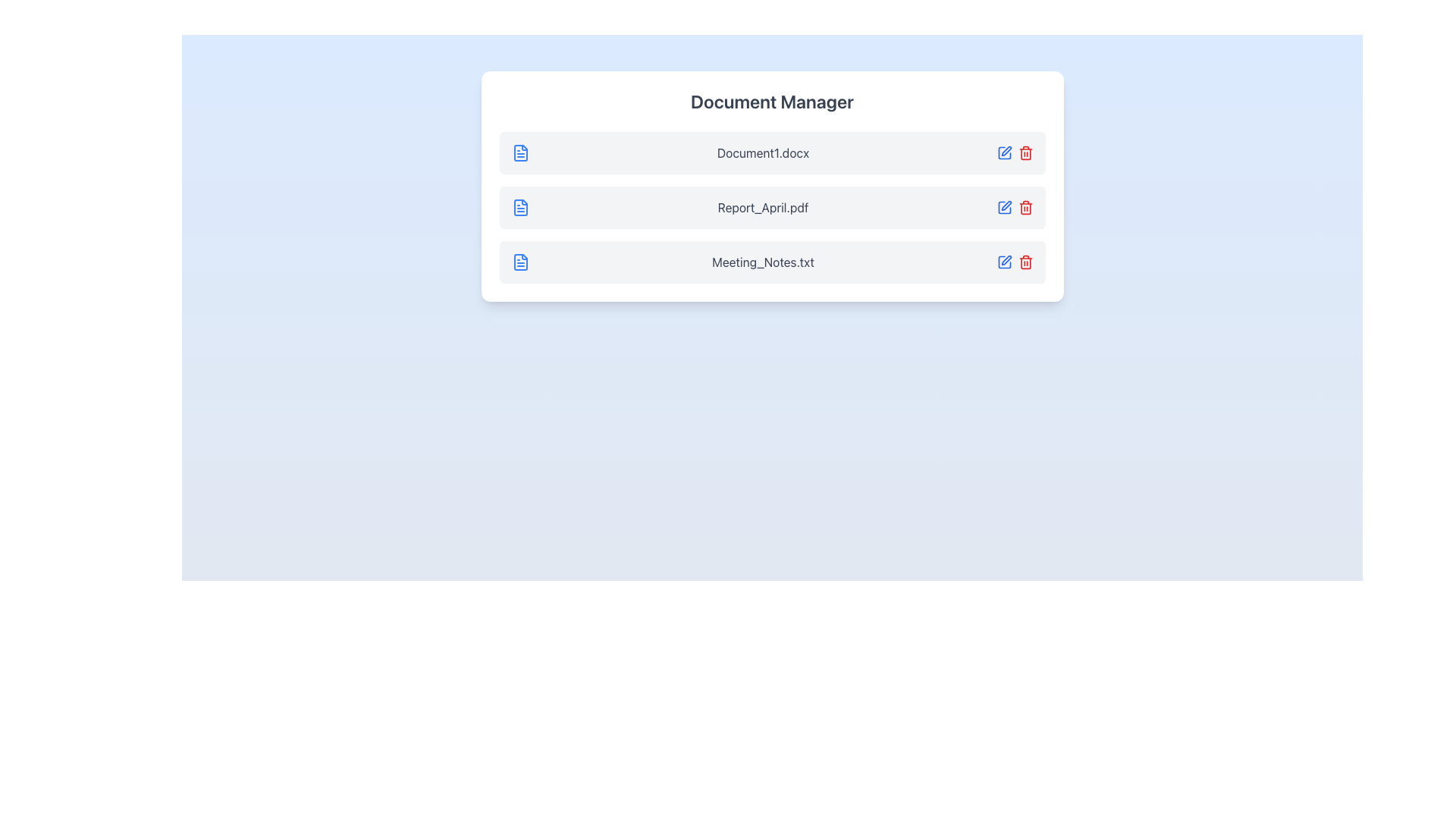 This screenshot has width=1456, height=819. Describe the element at coordinates (1006, 259) in the screenshot. I see `the vector graphic icon representing the edit action button located on the right side of 'Meeting_Notes.txt' to initiate editing functionalities` at that location.